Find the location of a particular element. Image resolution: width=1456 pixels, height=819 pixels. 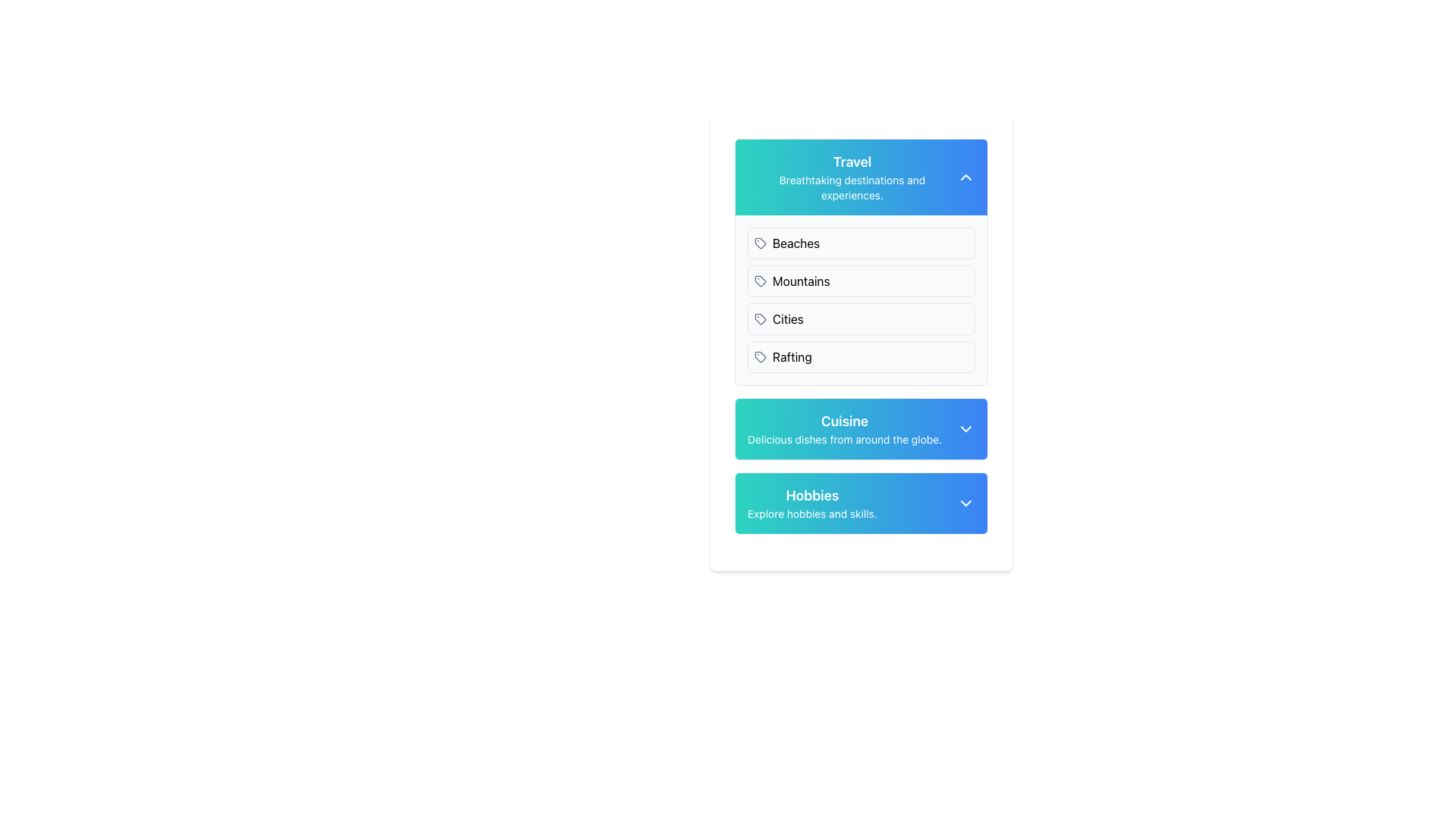

the 'Mountains' text label, which is the second option in the vertically stacked list of selectable tags under the 'Travel' section, positioned below 'Beaches' and above 'Cities' is located at coordinates (800, 281).